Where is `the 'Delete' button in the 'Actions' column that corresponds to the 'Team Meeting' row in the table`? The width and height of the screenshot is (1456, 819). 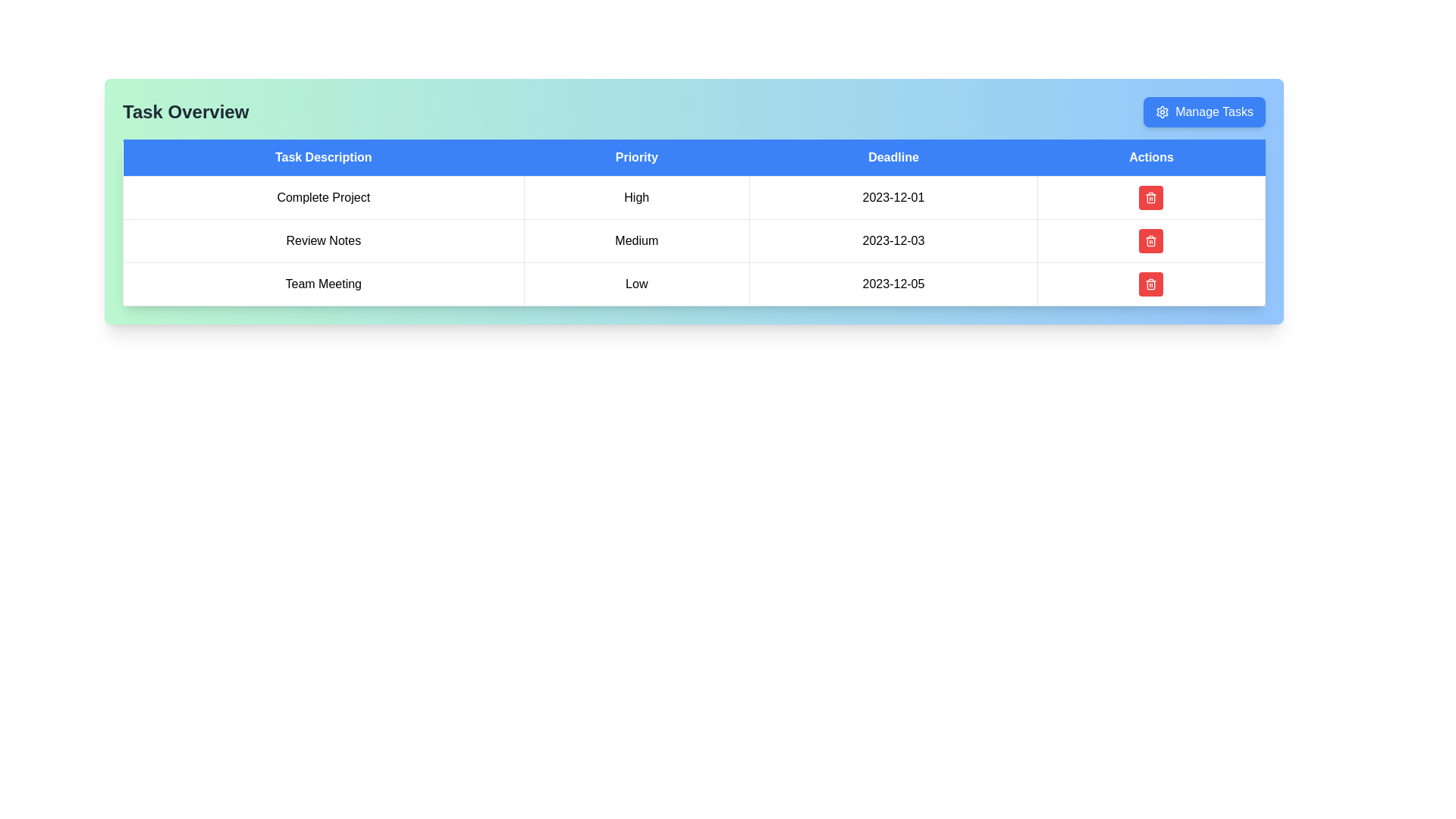 the 'Delete' button in the 'Actions' column that corresponds to the 'Team Meeting' row in the table is located at coordinates (1151, 284).